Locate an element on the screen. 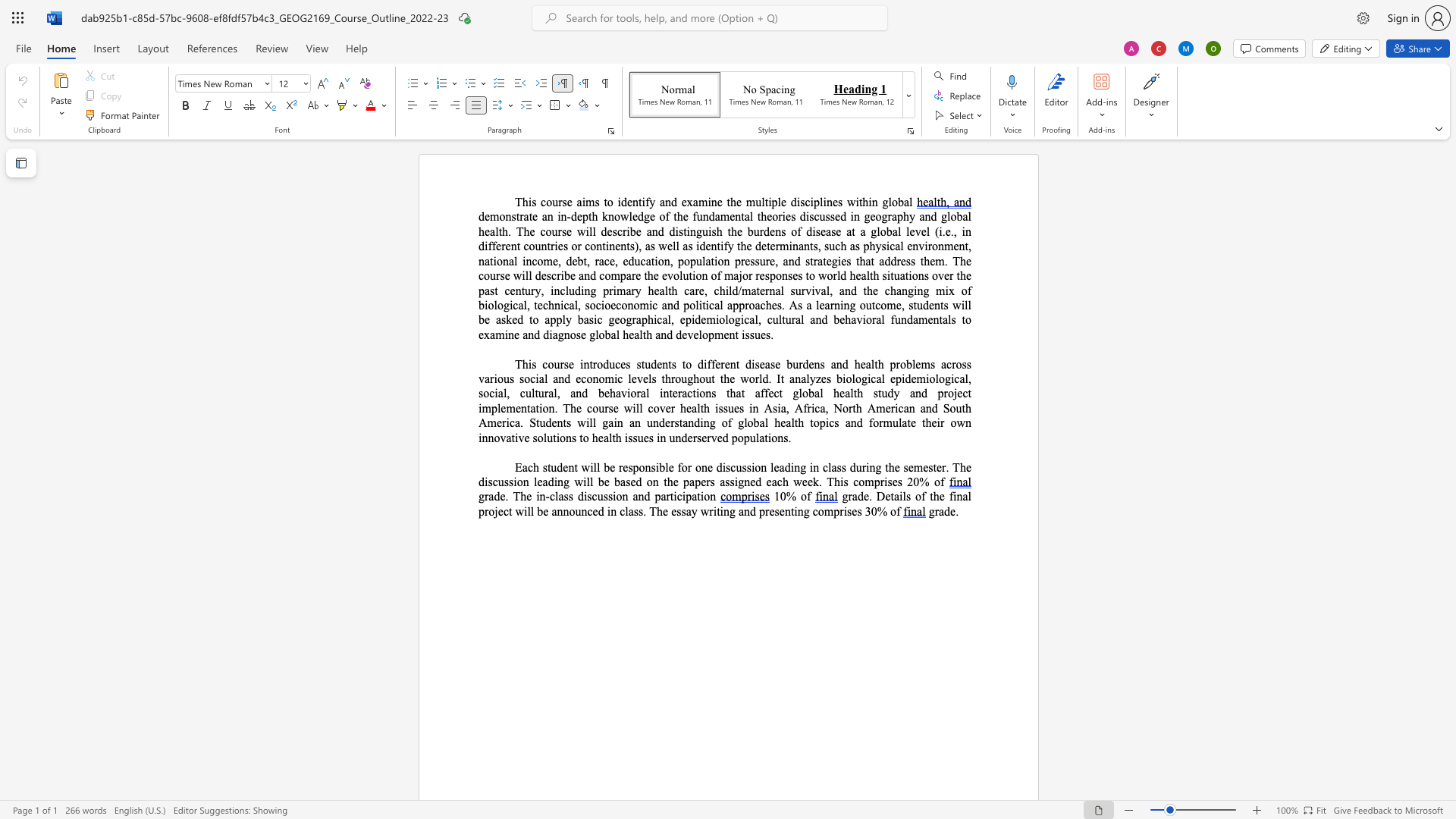  the 1th character "u" in the text is located at coordinates (897, 318).